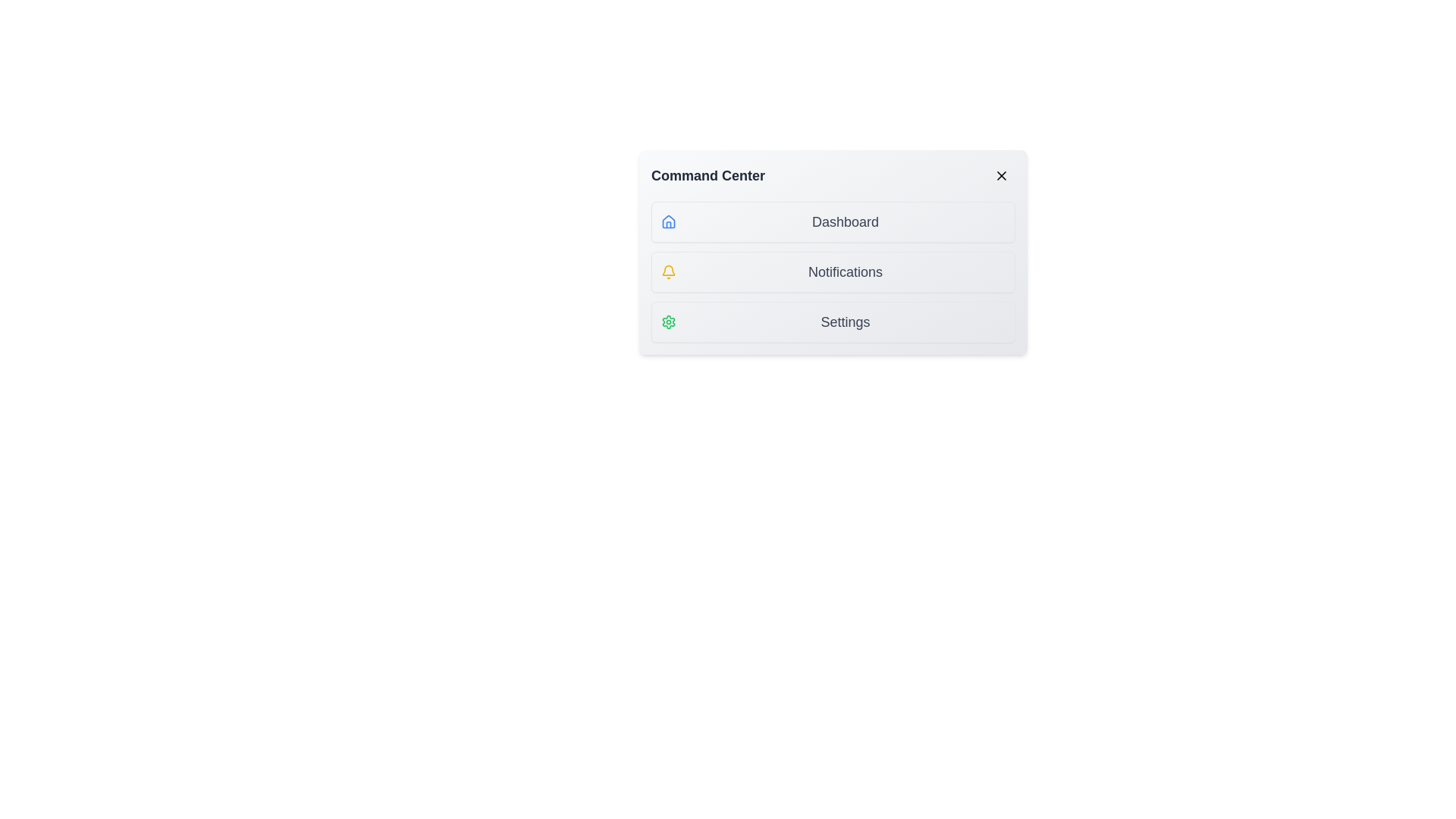  I want to click on the close button on the Command Center module, so click(1001, 174).